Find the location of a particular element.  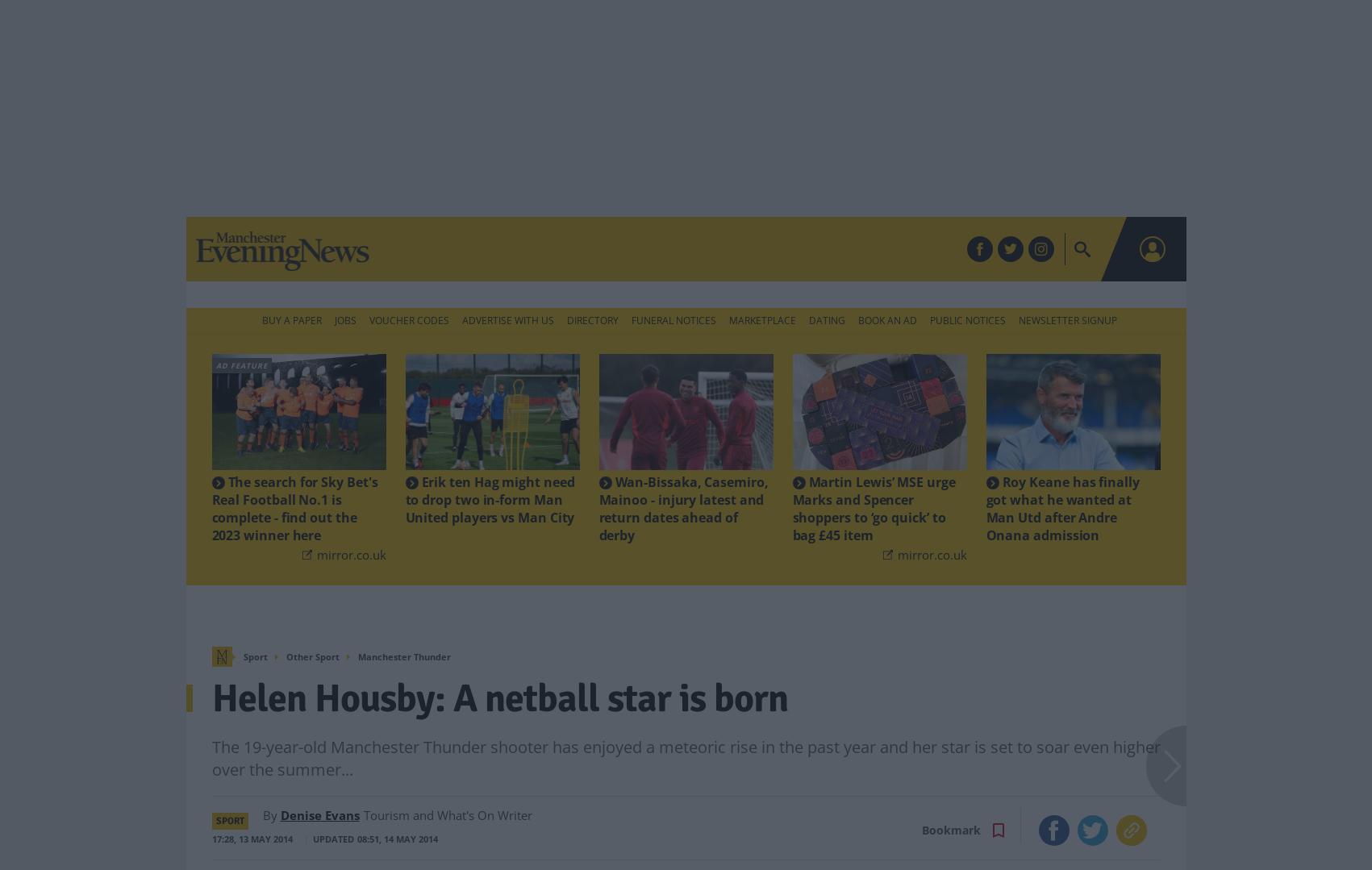

'Helen Housby: A netball star is born' is located at coordinates (498, 671).